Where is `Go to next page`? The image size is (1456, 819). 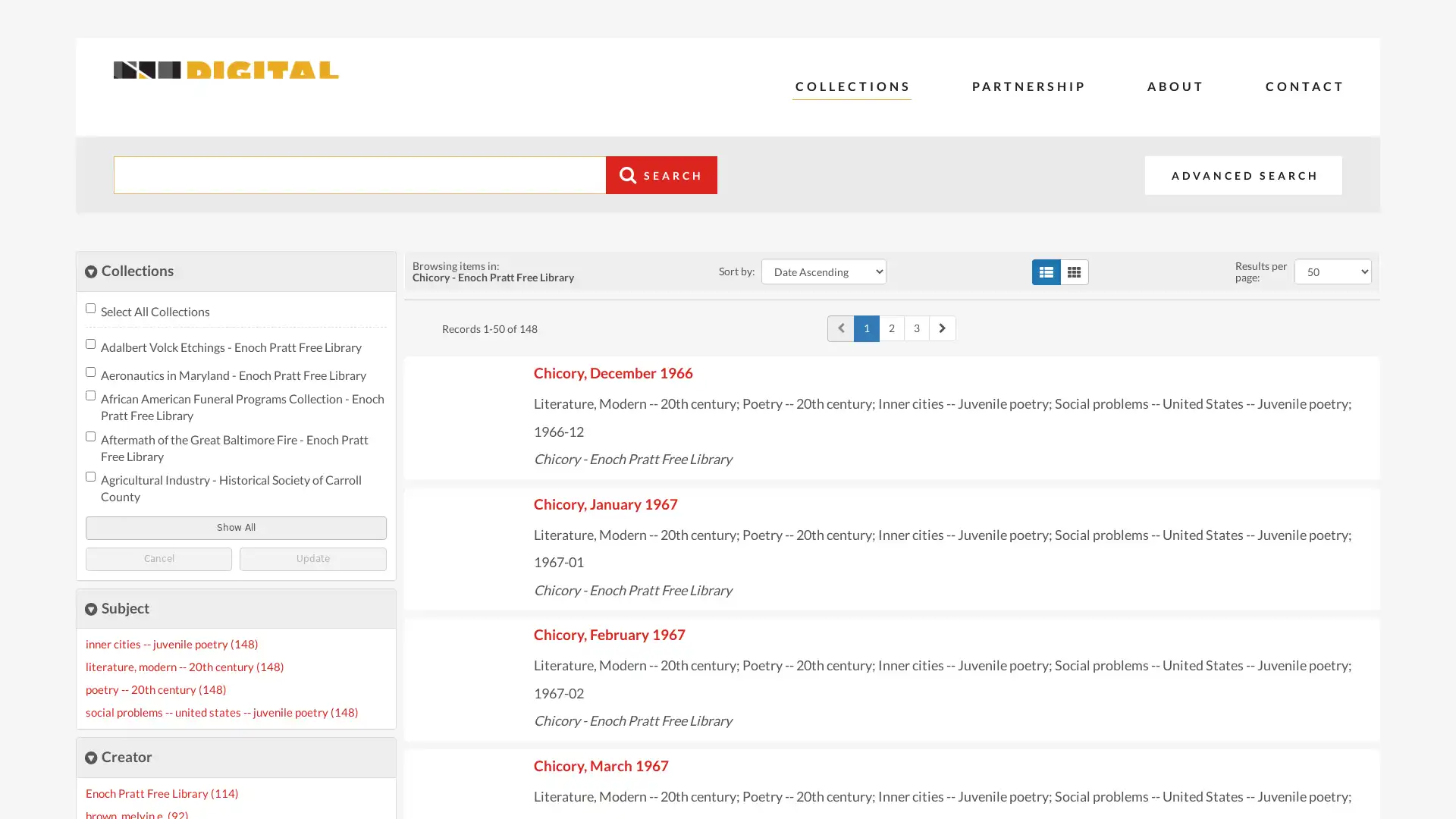
Go to next page is located at coordinates (942, 327).